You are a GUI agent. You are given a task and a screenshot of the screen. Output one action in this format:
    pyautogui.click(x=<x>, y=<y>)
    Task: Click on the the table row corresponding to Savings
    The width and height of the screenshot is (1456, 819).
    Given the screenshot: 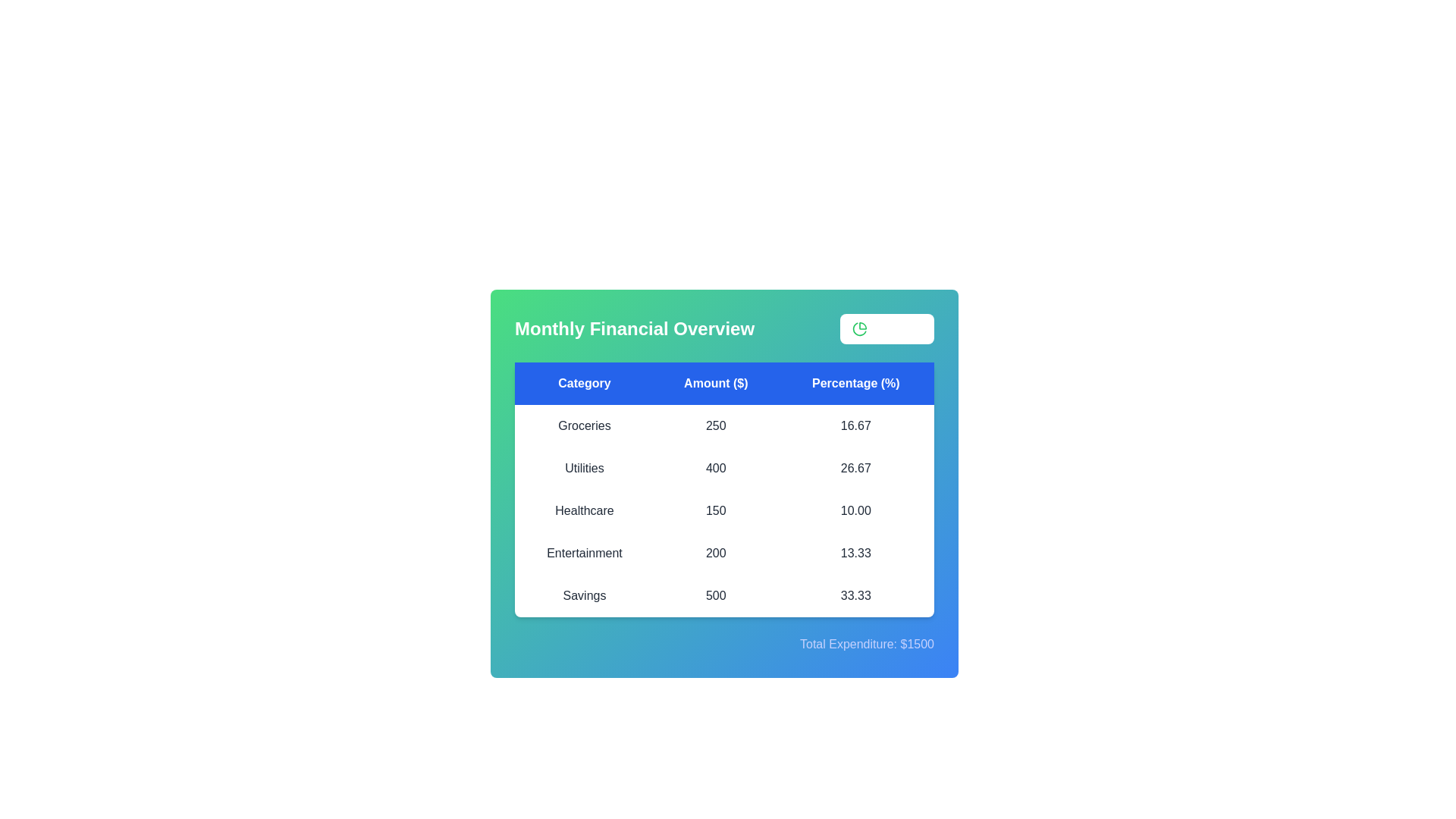 What is the action you would take?
    pyautogui.click(x=723, y=595)
    